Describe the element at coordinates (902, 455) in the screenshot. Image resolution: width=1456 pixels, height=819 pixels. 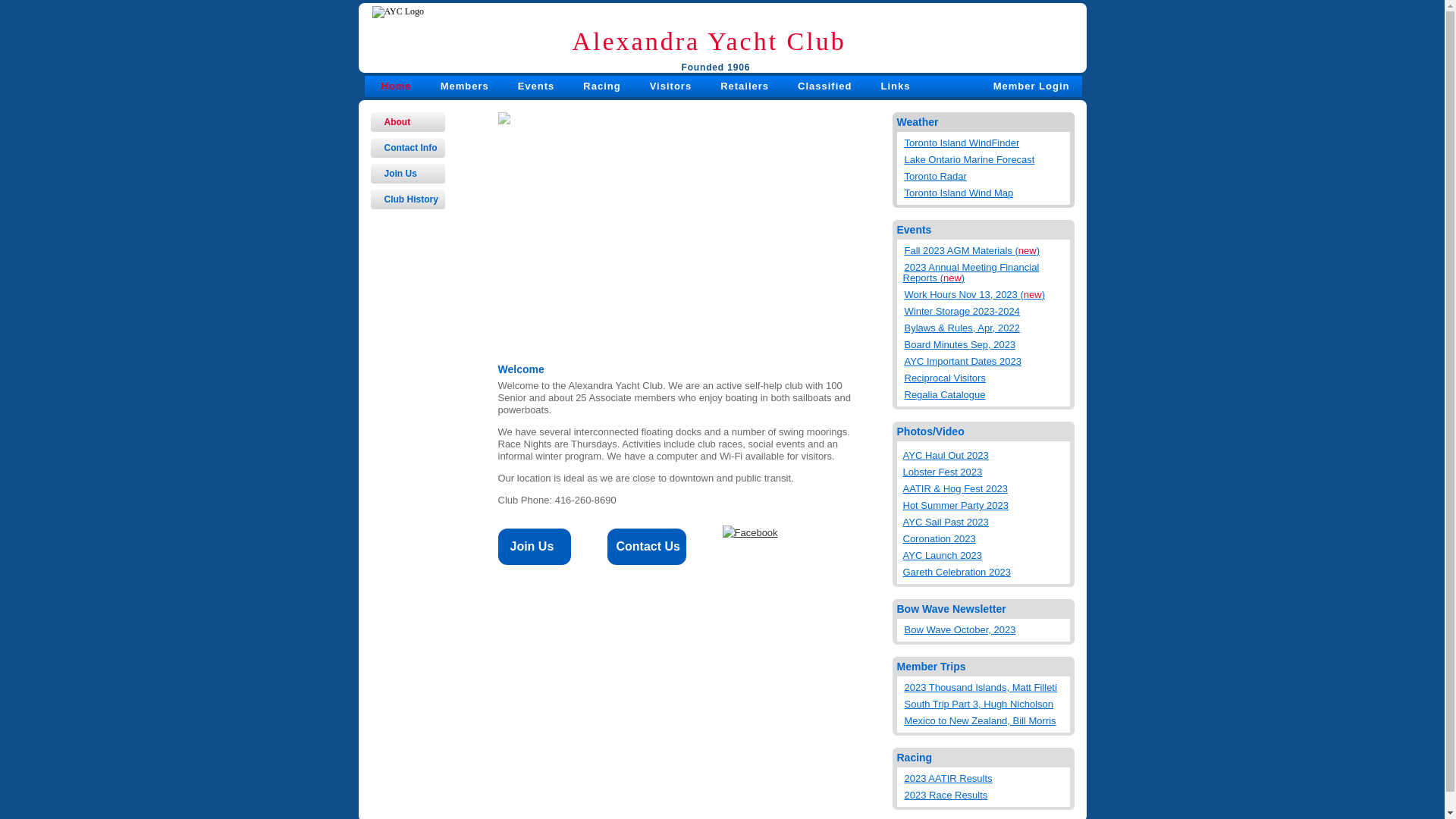
I see `'AYC Haul Out 2023'` at that location.